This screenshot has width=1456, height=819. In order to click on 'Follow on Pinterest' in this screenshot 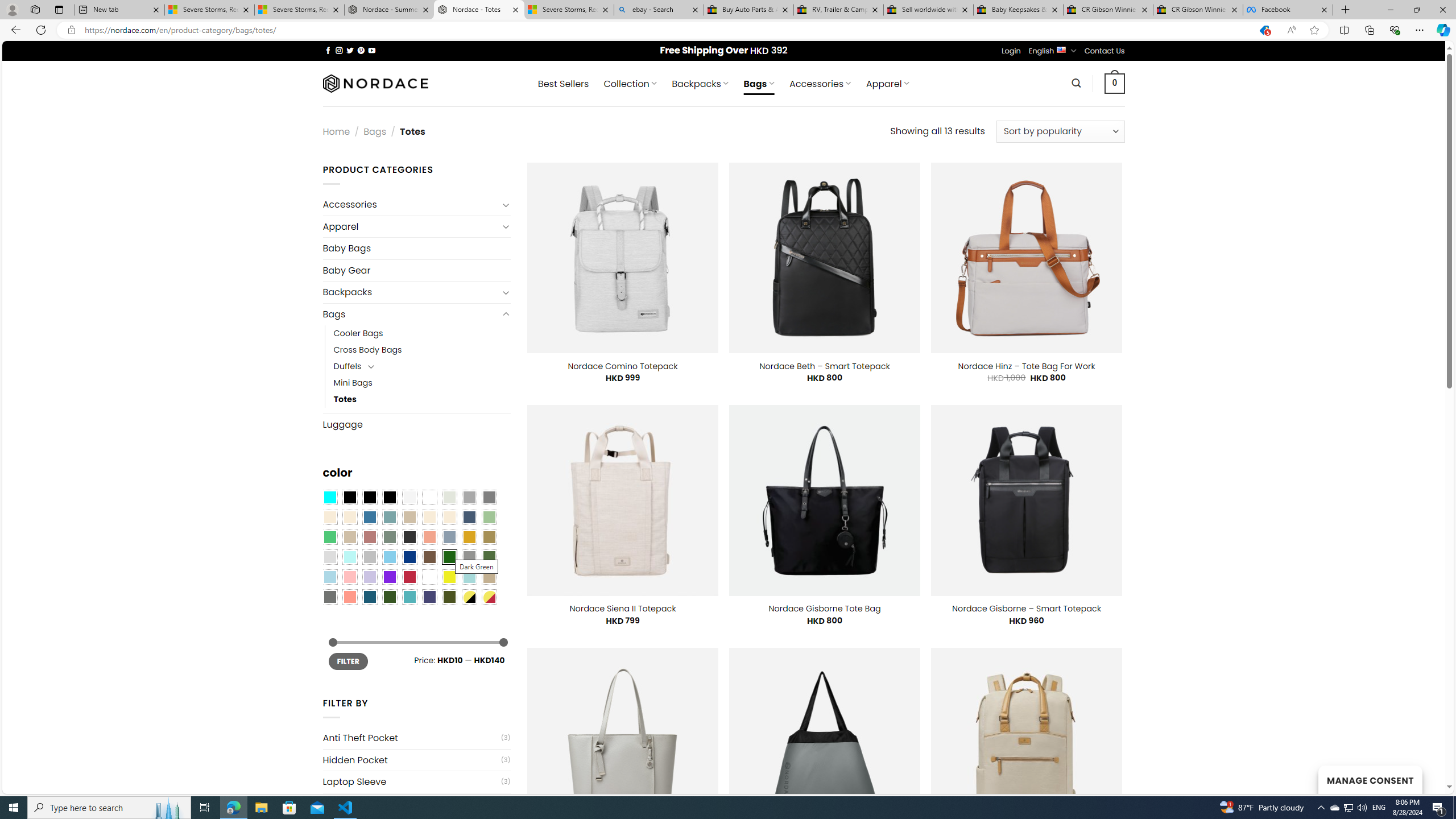, I will do `click(359, 50)`.